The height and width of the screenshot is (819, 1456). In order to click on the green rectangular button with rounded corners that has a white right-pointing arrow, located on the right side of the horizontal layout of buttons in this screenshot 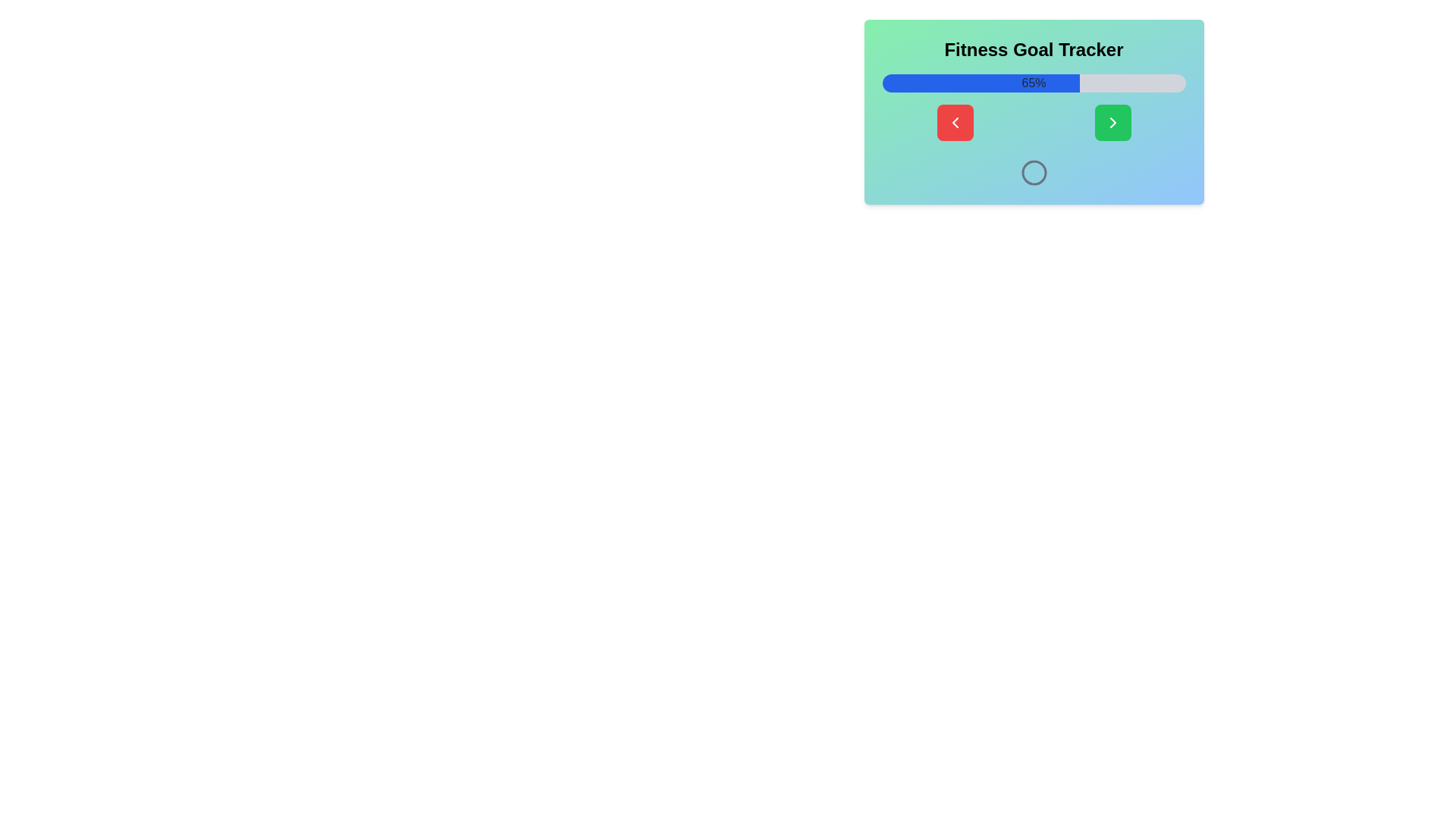, I will do `click(1112, 122)`.